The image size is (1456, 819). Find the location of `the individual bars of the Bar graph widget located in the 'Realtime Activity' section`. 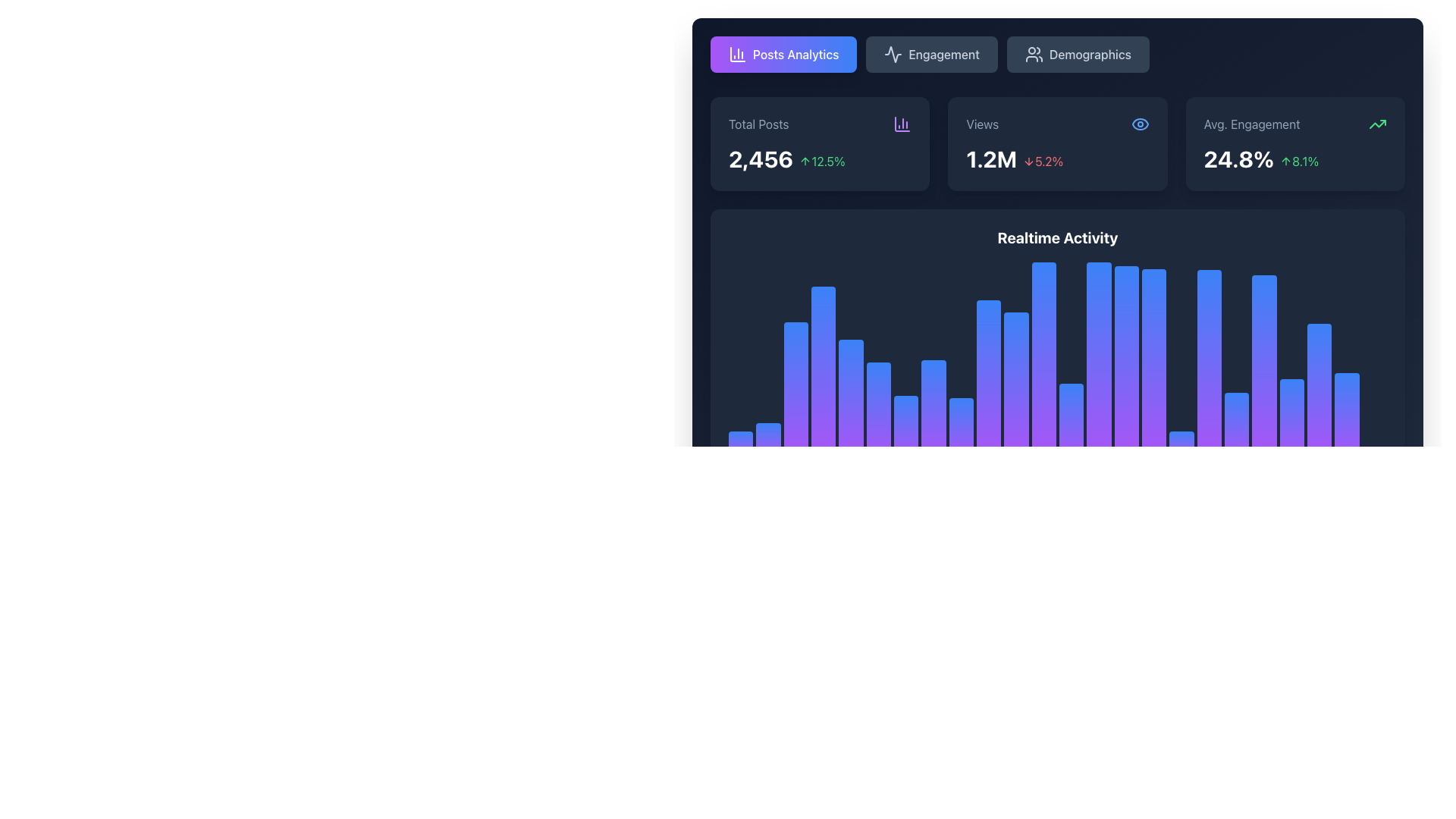

the individual bars of the Bar graph widget located in the 'Realtime Activity' section is located at coordinates (1057, 357).